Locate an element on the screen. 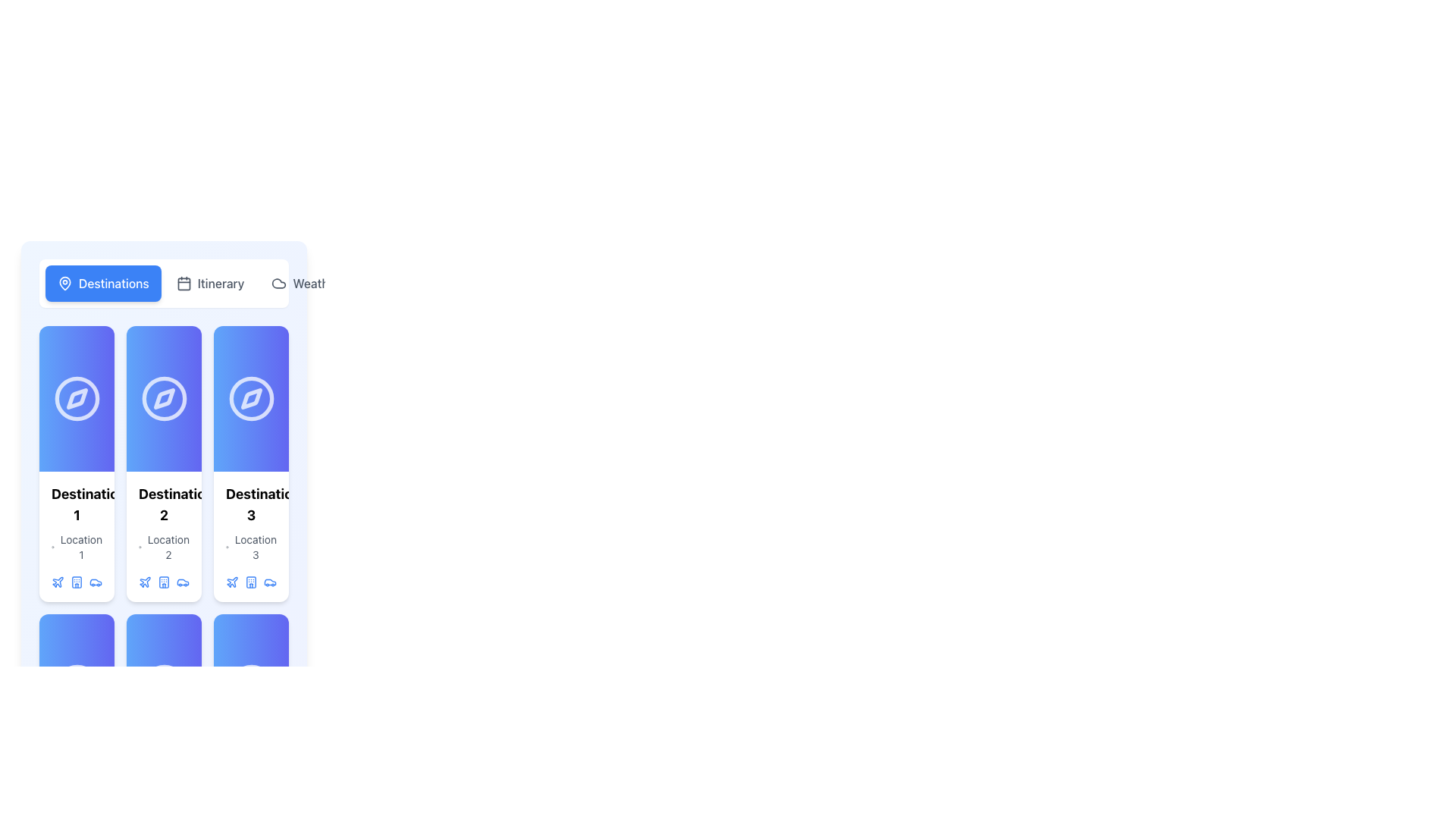 This screenshot has height=819, width=1456. the small map pin icon located to the left of the 'Location 1' text in the first item of the list under the 'Destinations' tab is located at coordinates (52, 547).